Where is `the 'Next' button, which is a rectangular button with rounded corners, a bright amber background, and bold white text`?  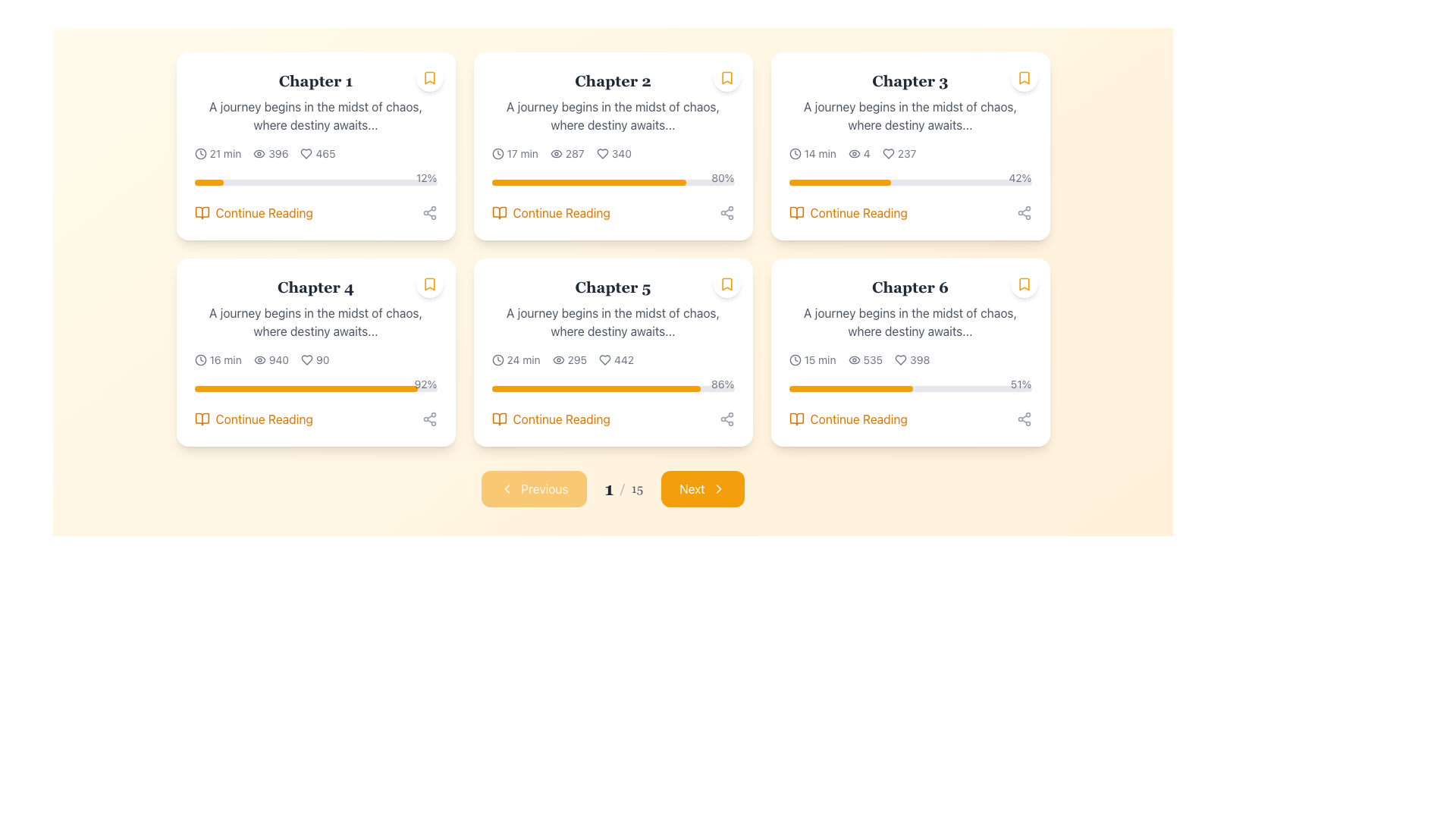
the 'Next' button, which is a rectangular button with rounded corners, a bright amber background, and bold white text is located at coordinates (701, 488).